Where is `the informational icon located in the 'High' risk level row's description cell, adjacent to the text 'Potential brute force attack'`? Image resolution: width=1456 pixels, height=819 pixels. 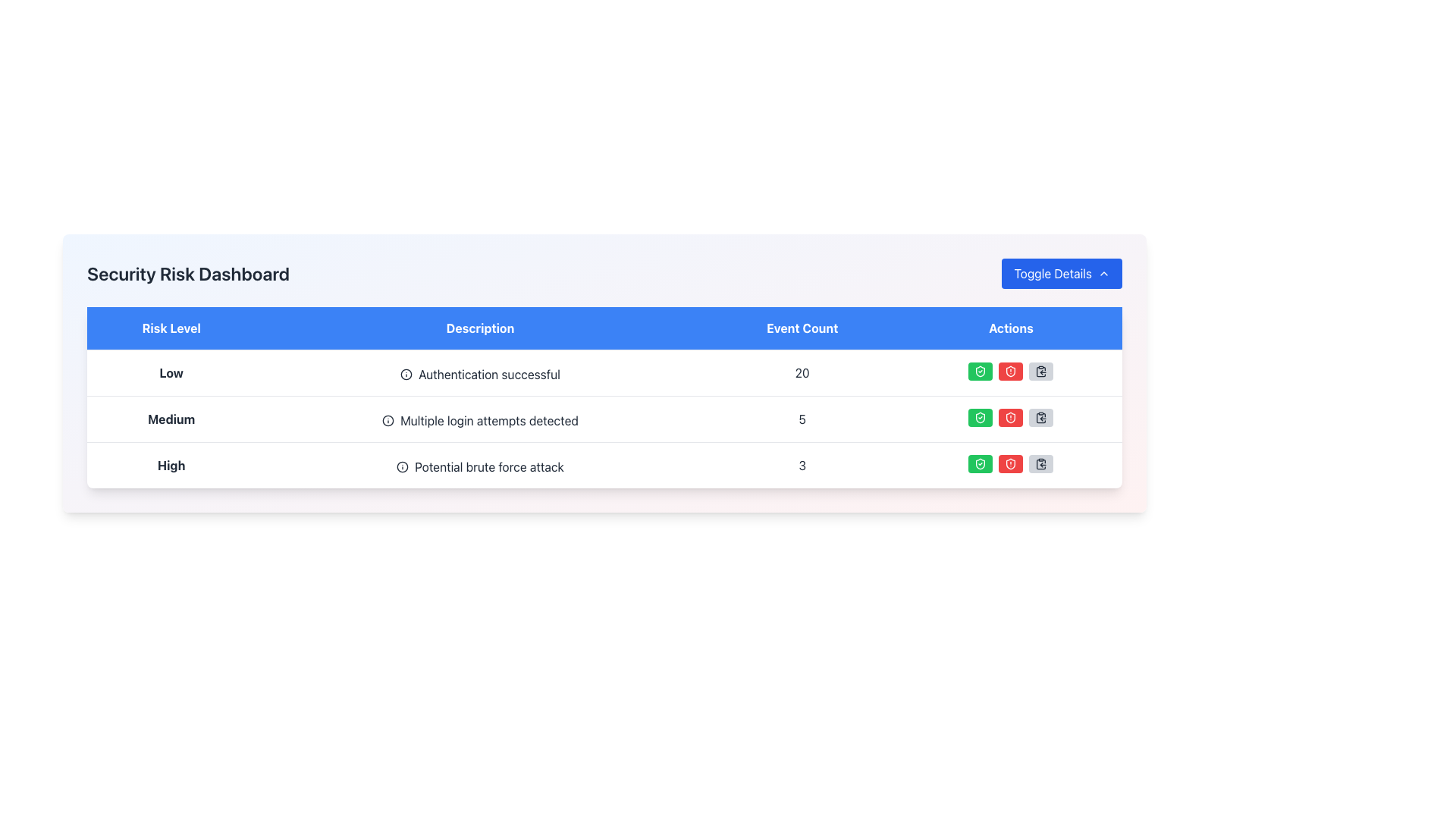 the informational icon located in the 'High' risk level row's description cell, adjacent to the text 'Potential brute force attack' is located at coordinates (403, 466).